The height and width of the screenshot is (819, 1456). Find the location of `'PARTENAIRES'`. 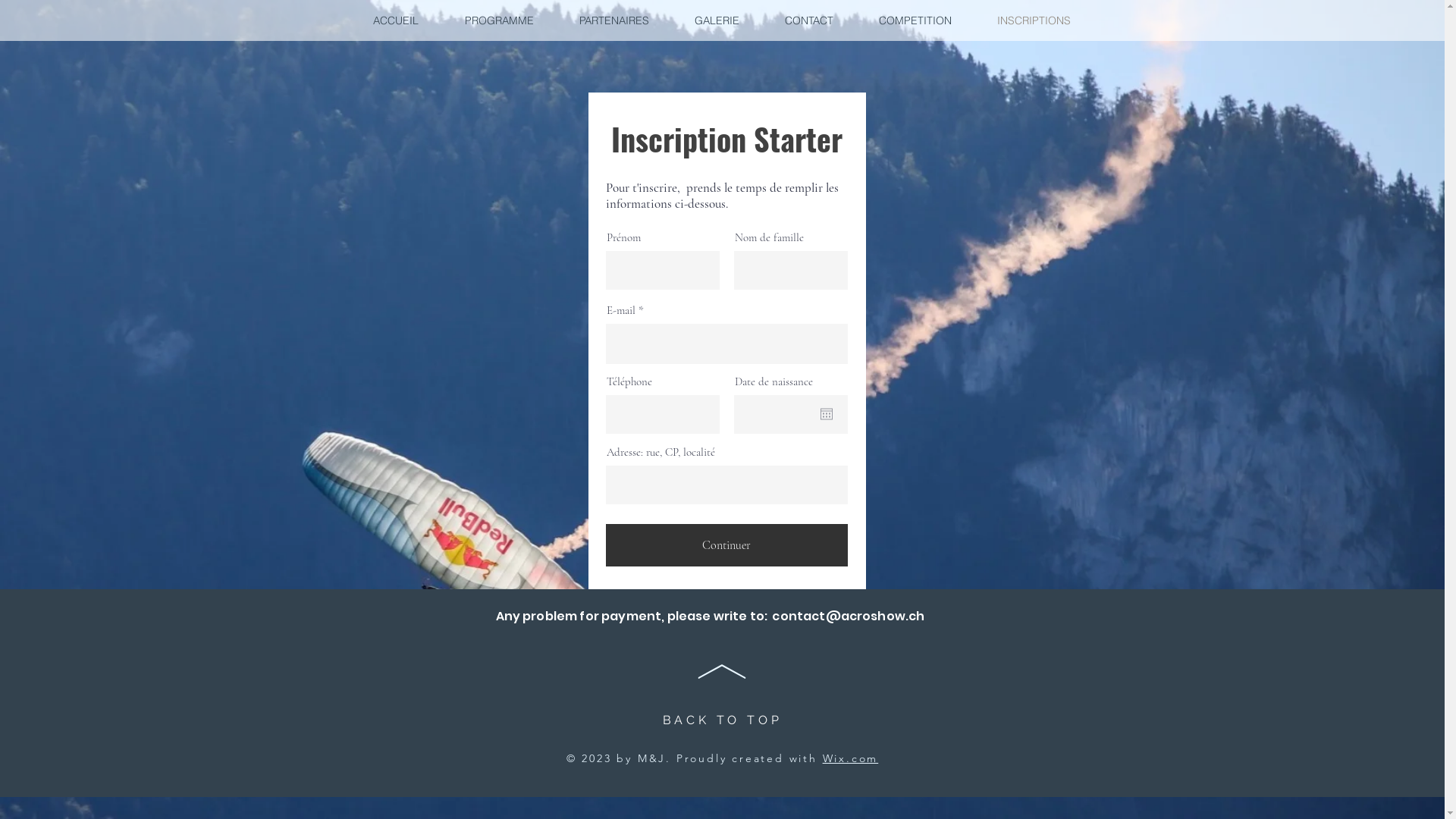

'PARTENAIRES' is located at coordinates (614, 20).